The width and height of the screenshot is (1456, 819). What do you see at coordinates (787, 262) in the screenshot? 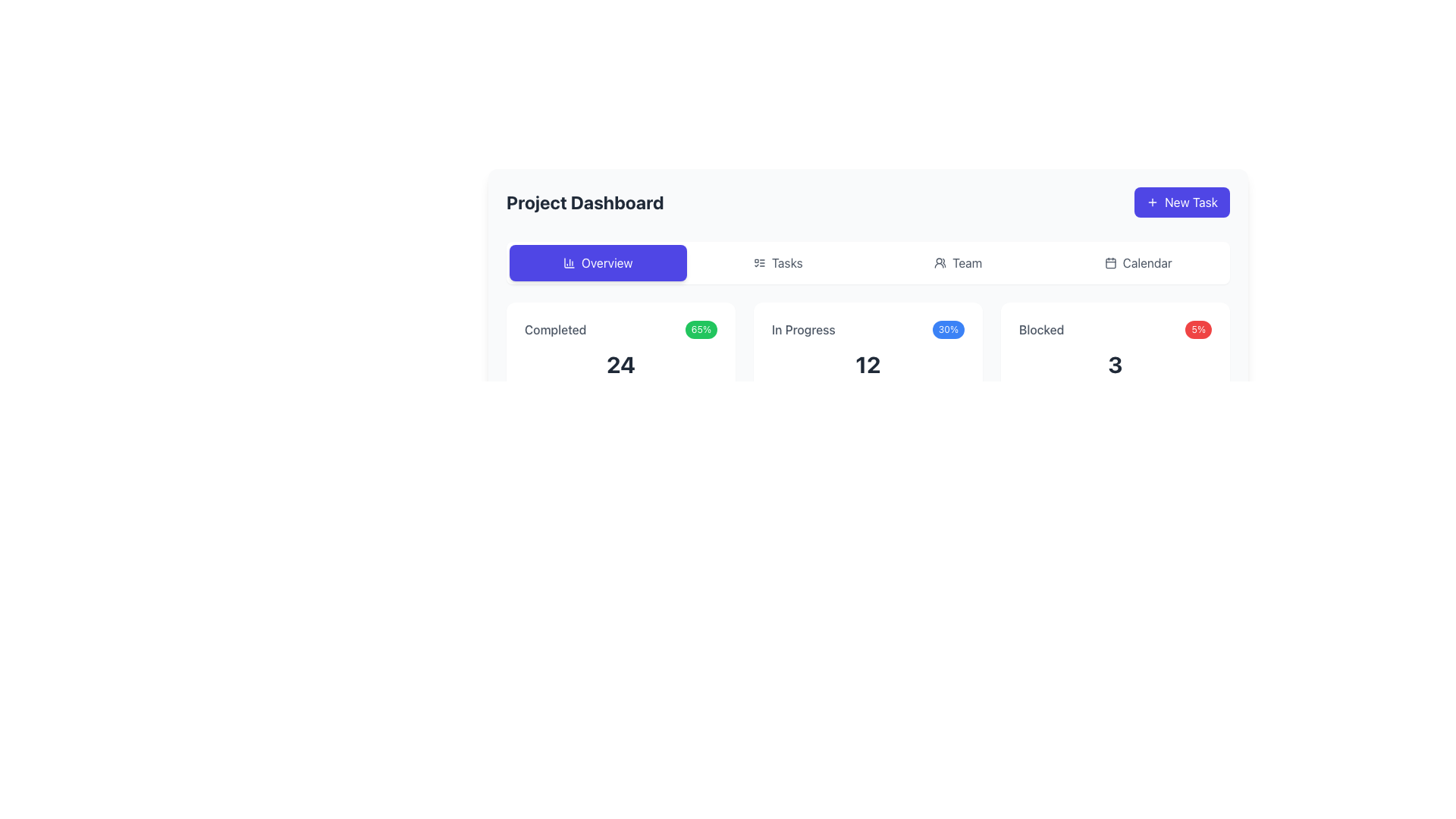
I see `the text label in the top navigation bar that indicates task management or tracking, located between the 'Overview' and 'Team' buttons` at bounding box center [787, 262].